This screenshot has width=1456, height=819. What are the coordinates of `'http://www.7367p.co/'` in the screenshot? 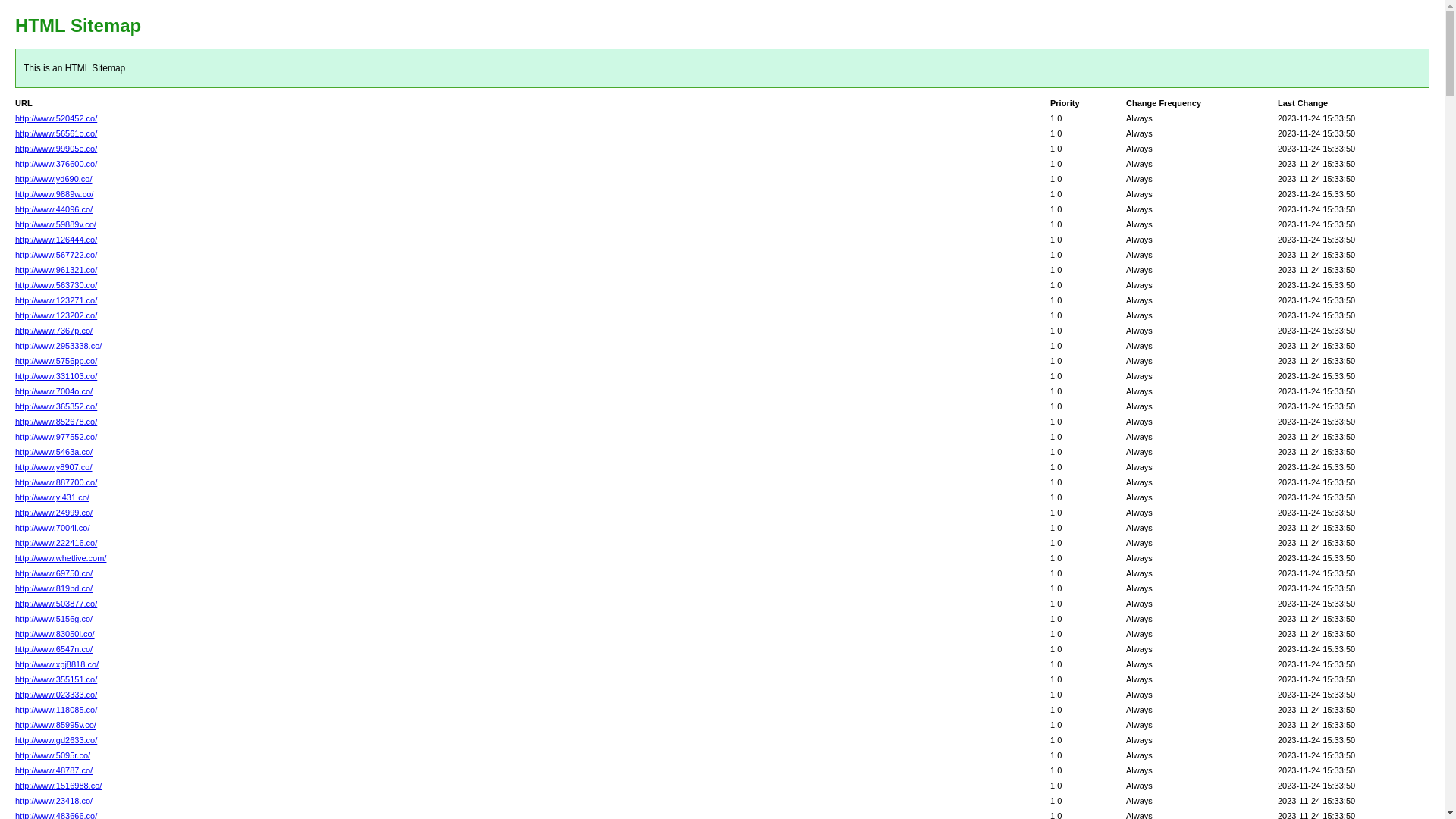 It's located at (54, 329).